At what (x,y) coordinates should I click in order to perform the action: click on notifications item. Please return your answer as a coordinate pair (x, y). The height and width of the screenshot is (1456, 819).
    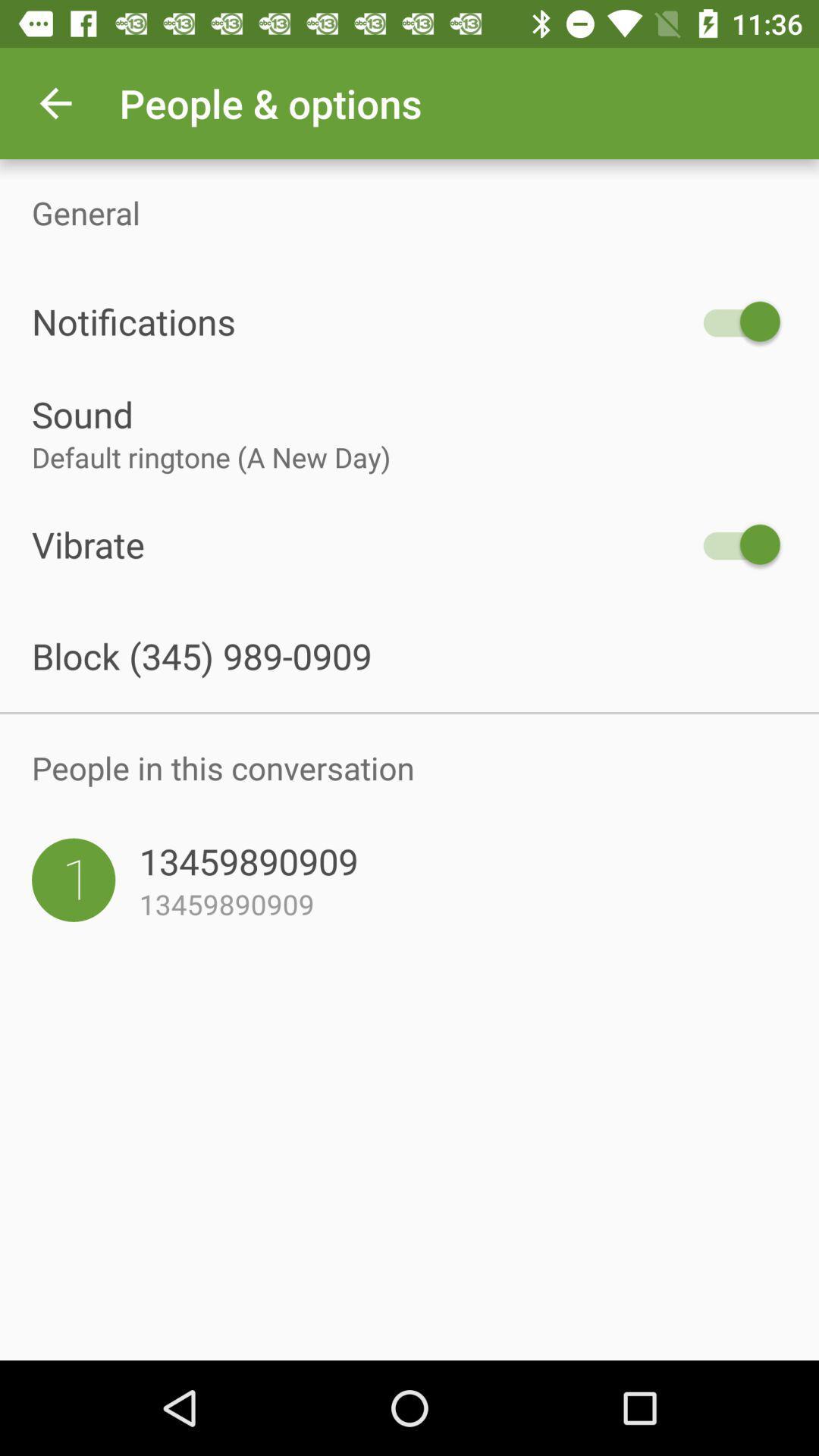
    Looking at the image, I should click on (362, 321).